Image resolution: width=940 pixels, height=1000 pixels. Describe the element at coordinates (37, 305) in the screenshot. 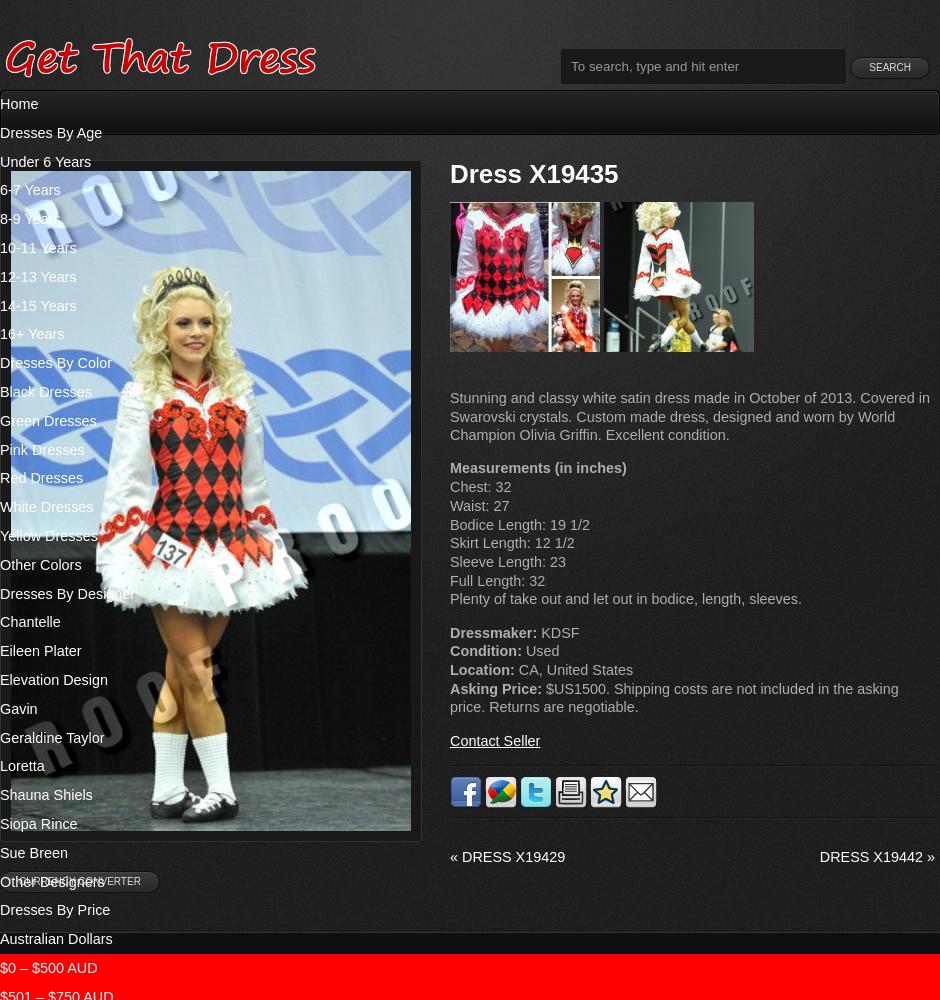

I see `'14-15 Years'` at that location.